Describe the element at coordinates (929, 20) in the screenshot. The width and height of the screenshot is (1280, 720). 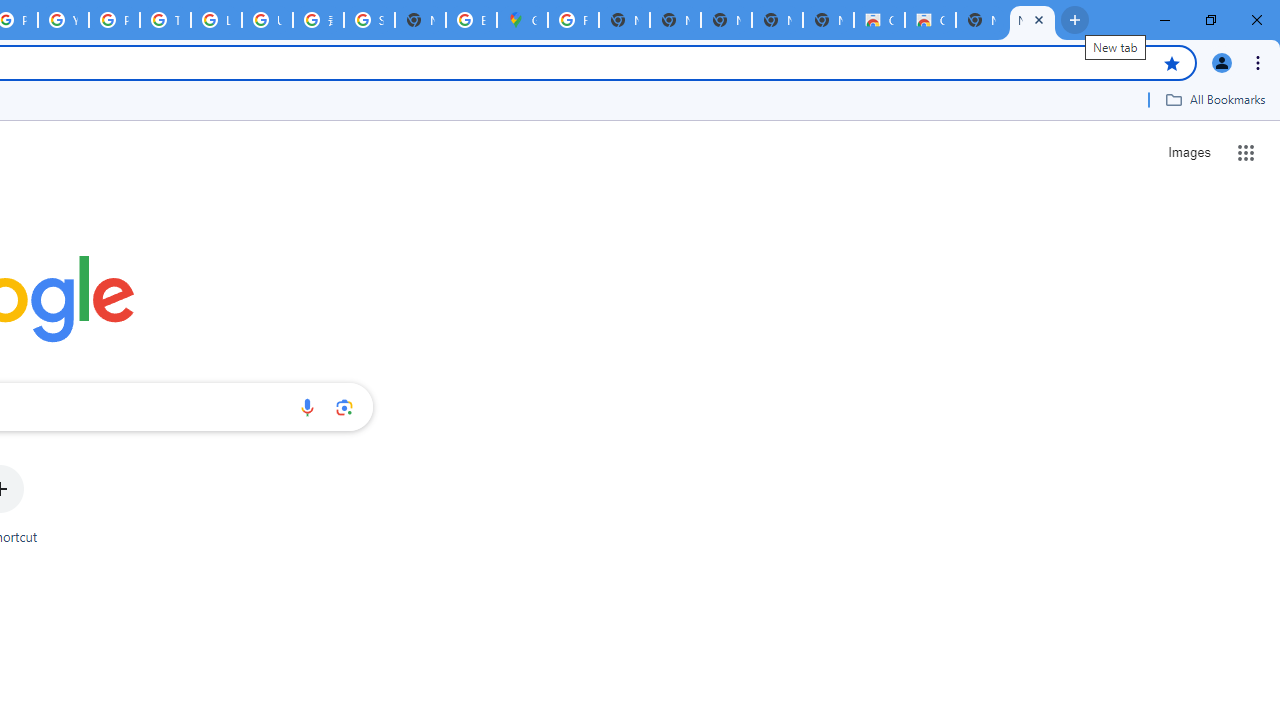
I see `'Classic Blue - Chrome Web Store'` at that location.